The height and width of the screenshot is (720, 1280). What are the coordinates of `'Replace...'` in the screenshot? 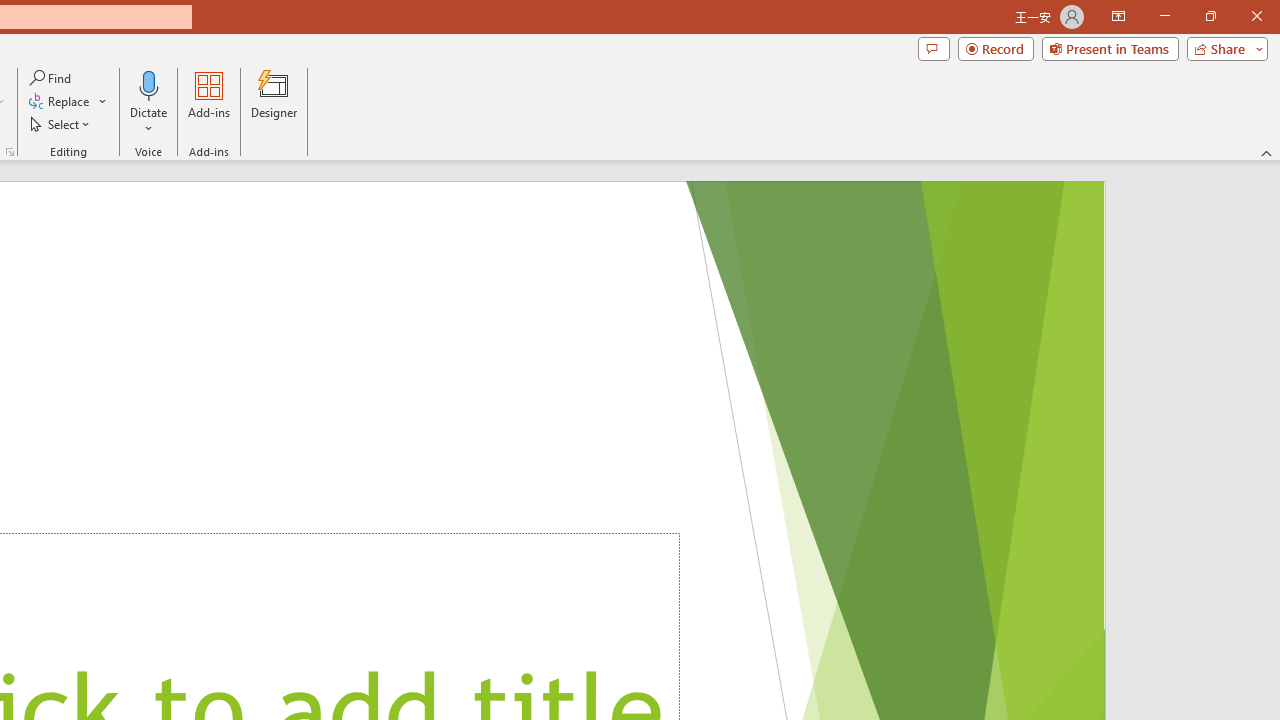 It's located at (69, 101).